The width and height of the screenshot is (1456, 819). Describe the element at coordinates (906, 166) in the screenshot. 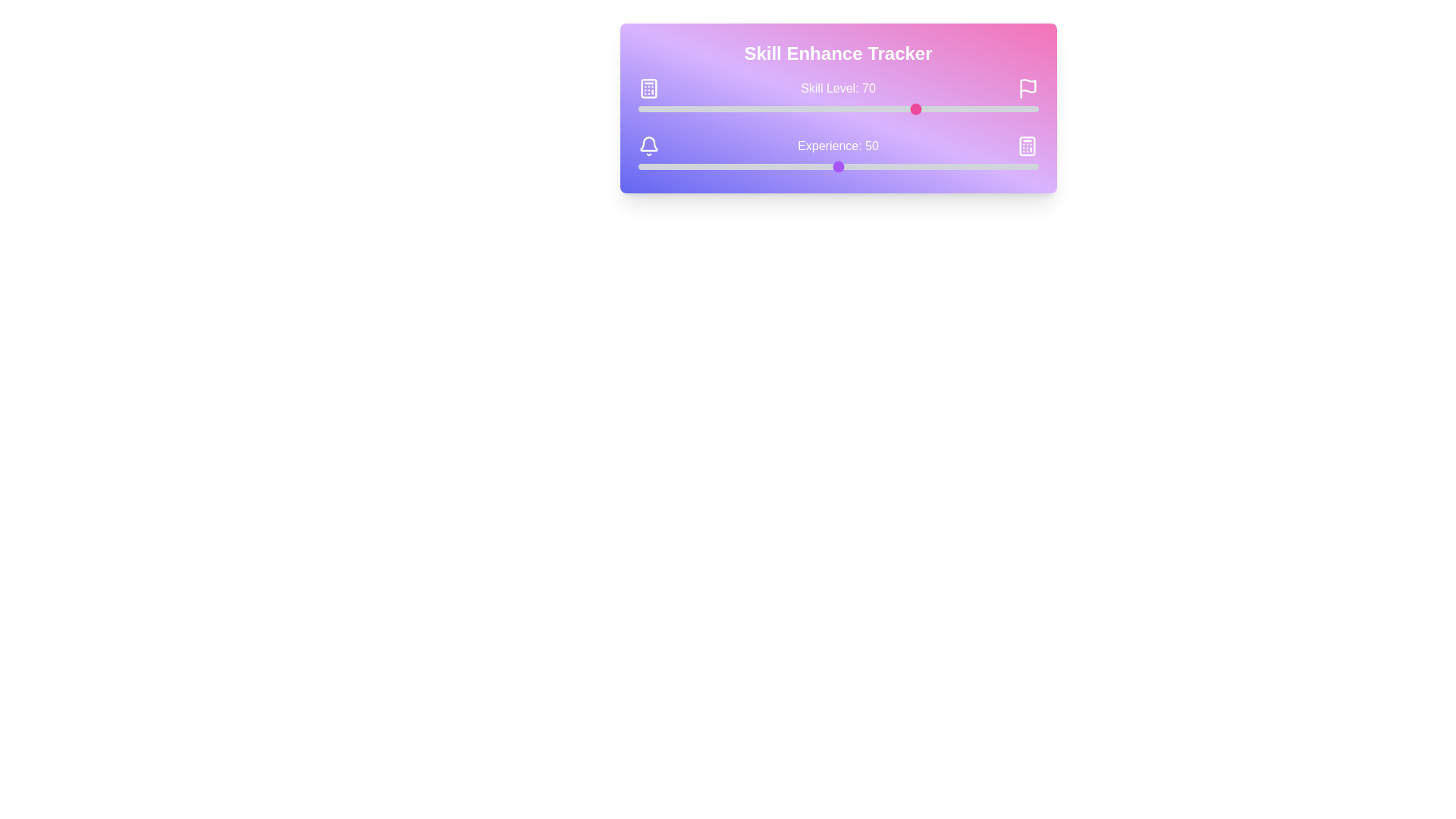

I see `the experience slider to set the experience value to 67` at that location.